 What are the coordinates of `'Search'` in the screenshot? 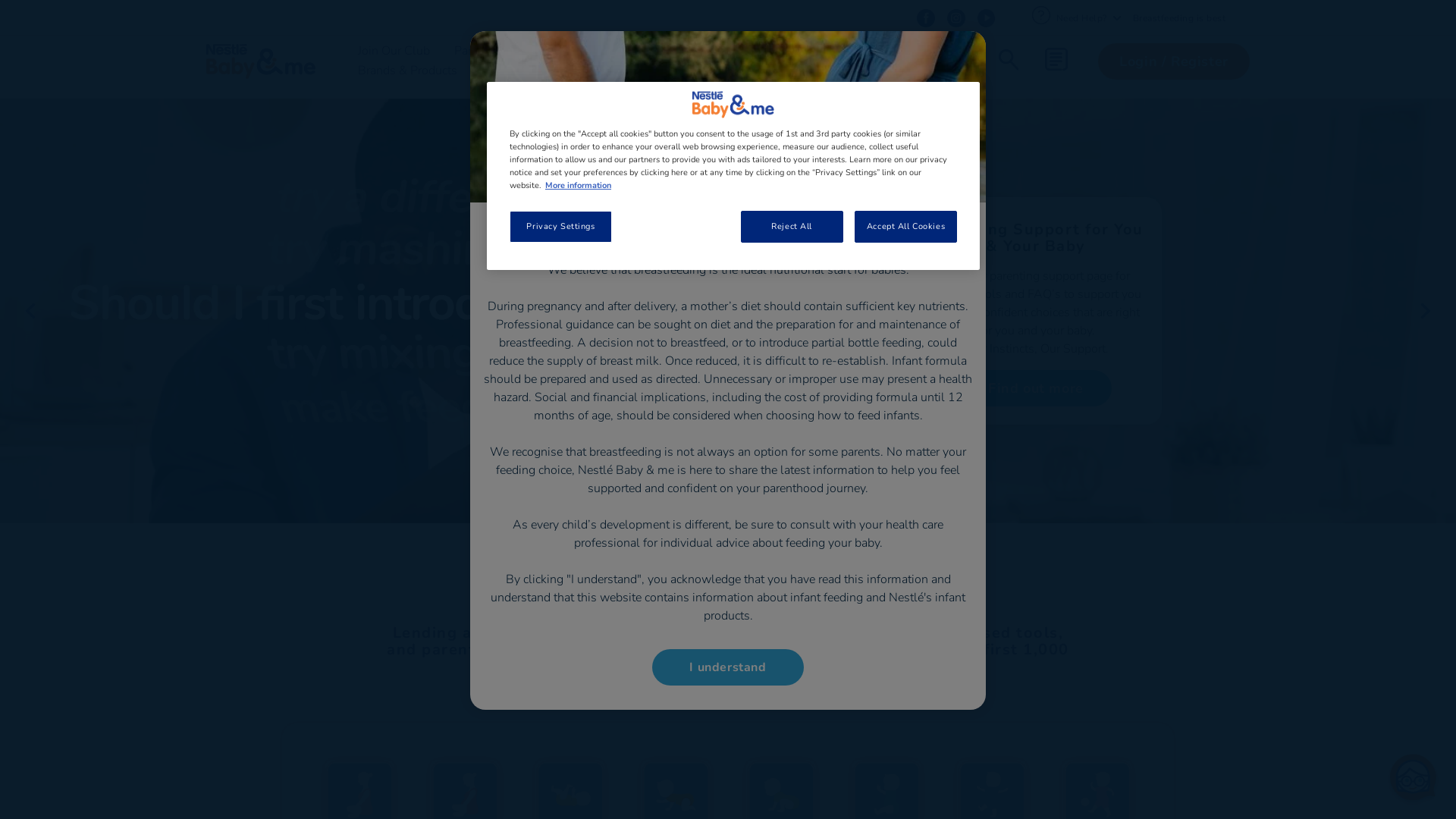 It's located at (1106, 114).